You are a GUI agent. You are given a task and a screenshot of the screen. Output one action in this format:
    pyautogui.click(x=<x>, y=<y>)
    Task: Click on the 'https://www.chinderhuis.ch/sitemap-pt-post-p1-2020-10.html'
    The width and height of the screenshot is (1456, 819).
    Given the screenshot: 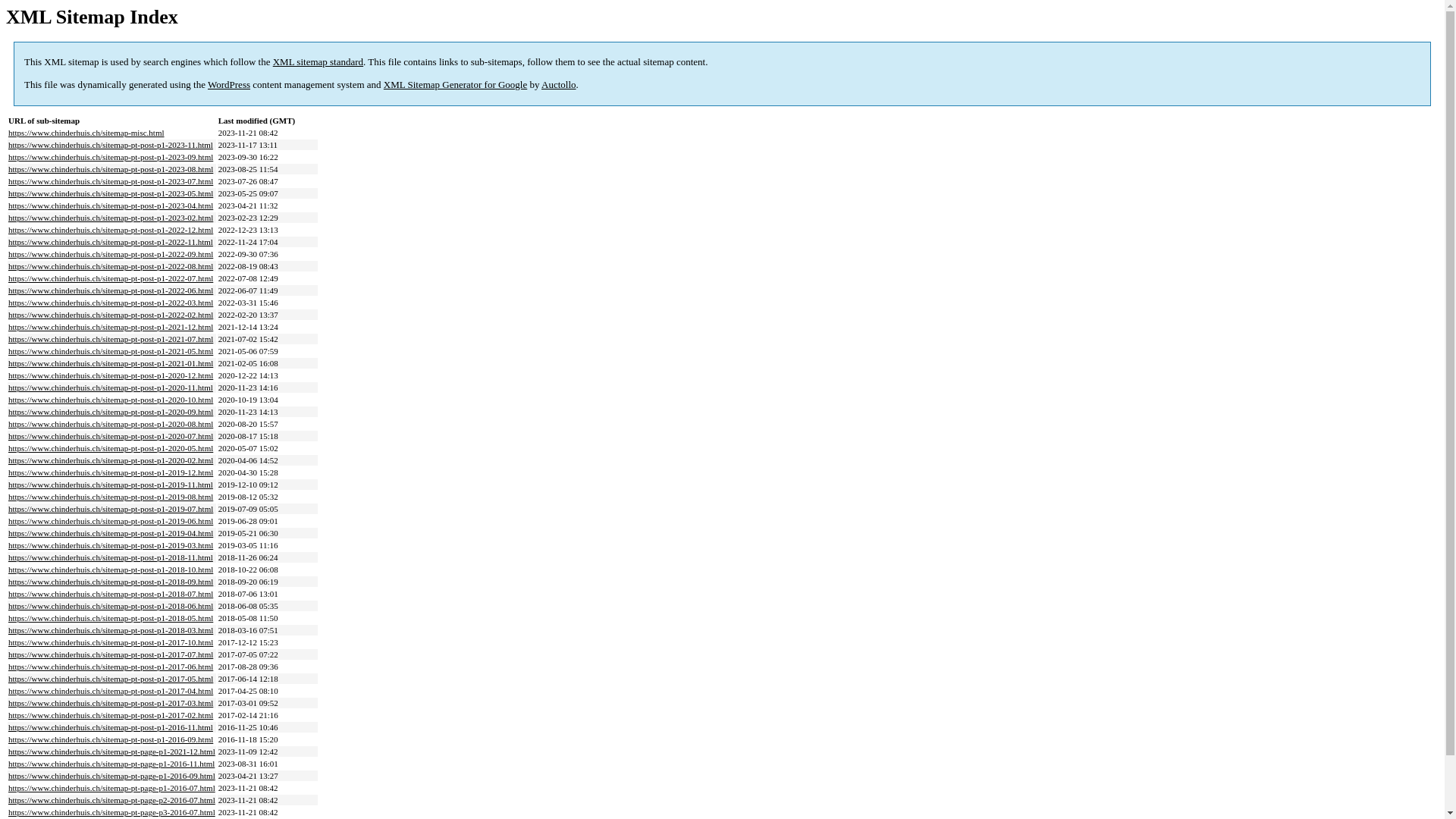 What is the action you would take?
    pyautogui.click(x=109, y=399)
    